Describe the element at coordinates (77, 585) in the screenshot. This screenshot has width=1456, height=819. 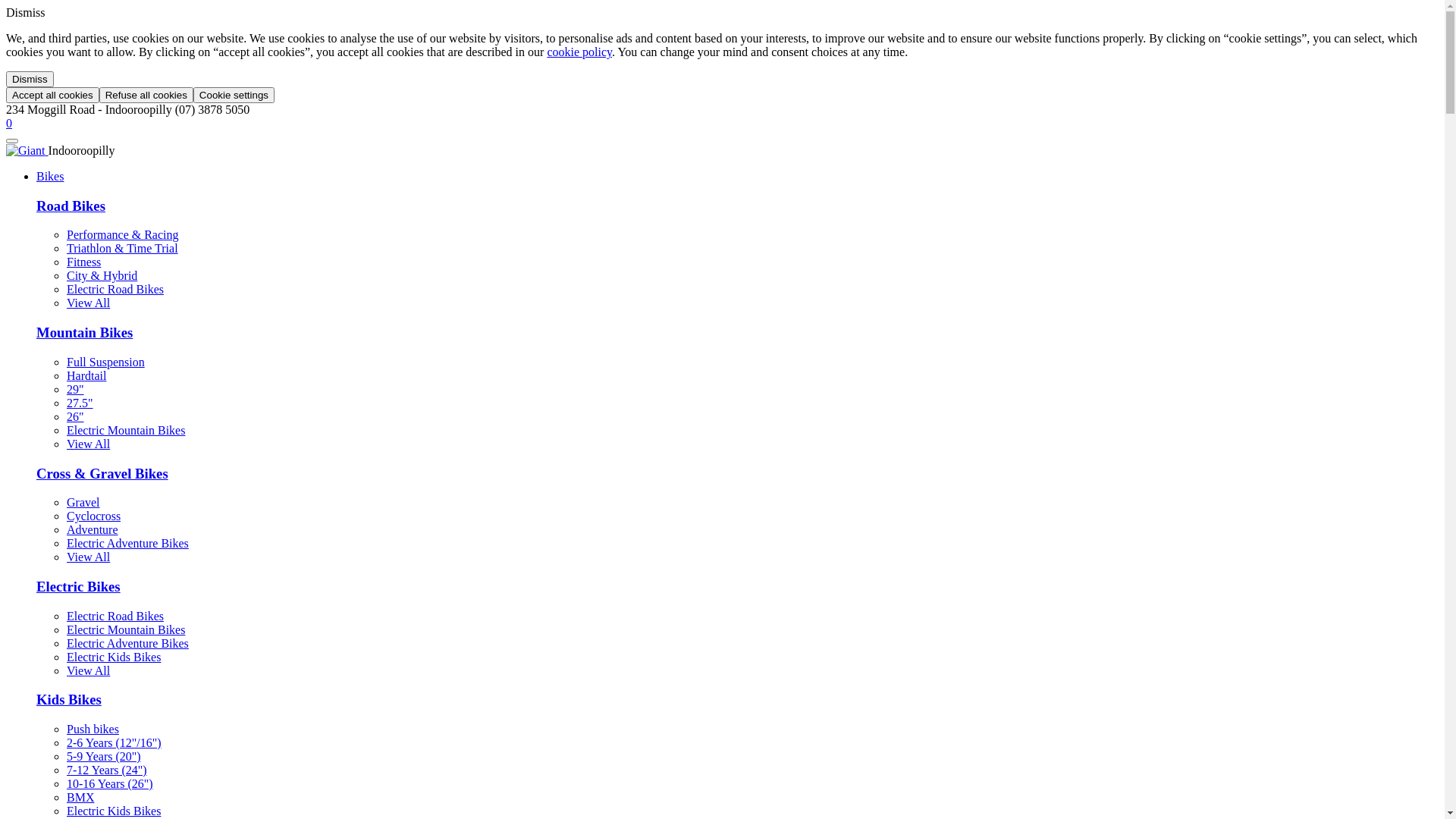
I see `'Electric Bikes'` at that location.